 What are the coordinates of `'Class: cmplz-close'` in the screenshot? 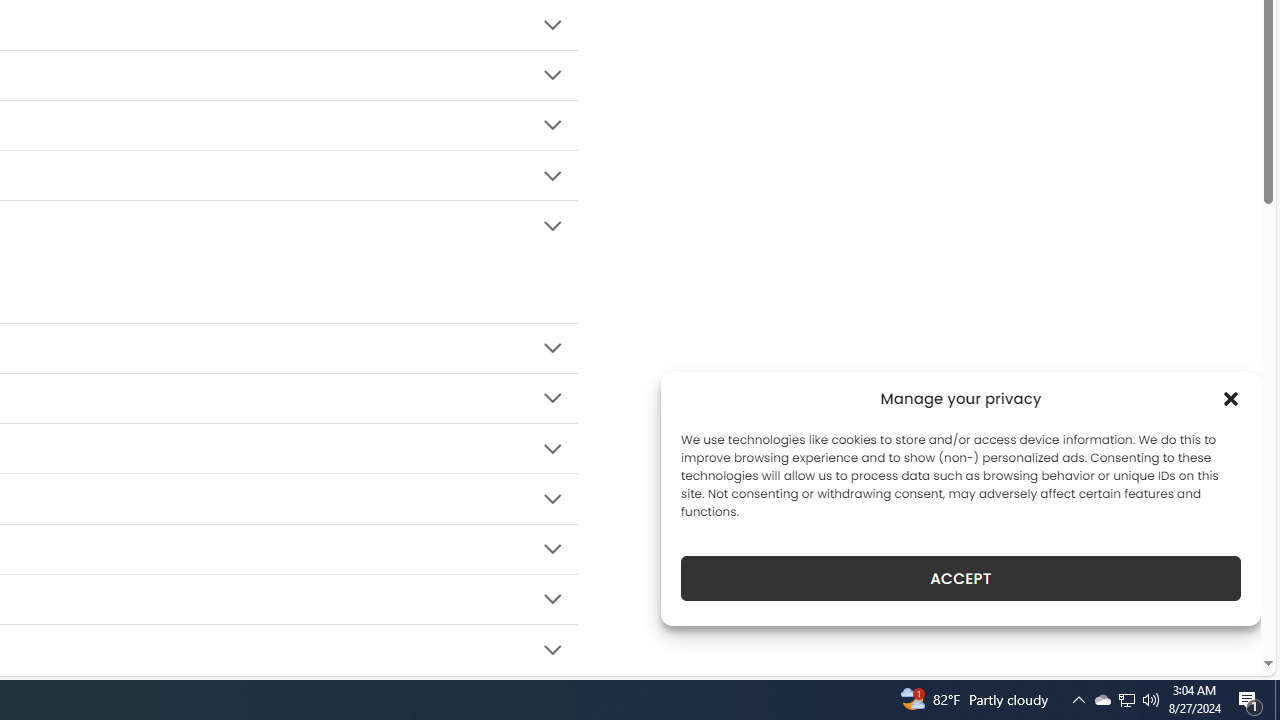 It's located at (1230, 398).